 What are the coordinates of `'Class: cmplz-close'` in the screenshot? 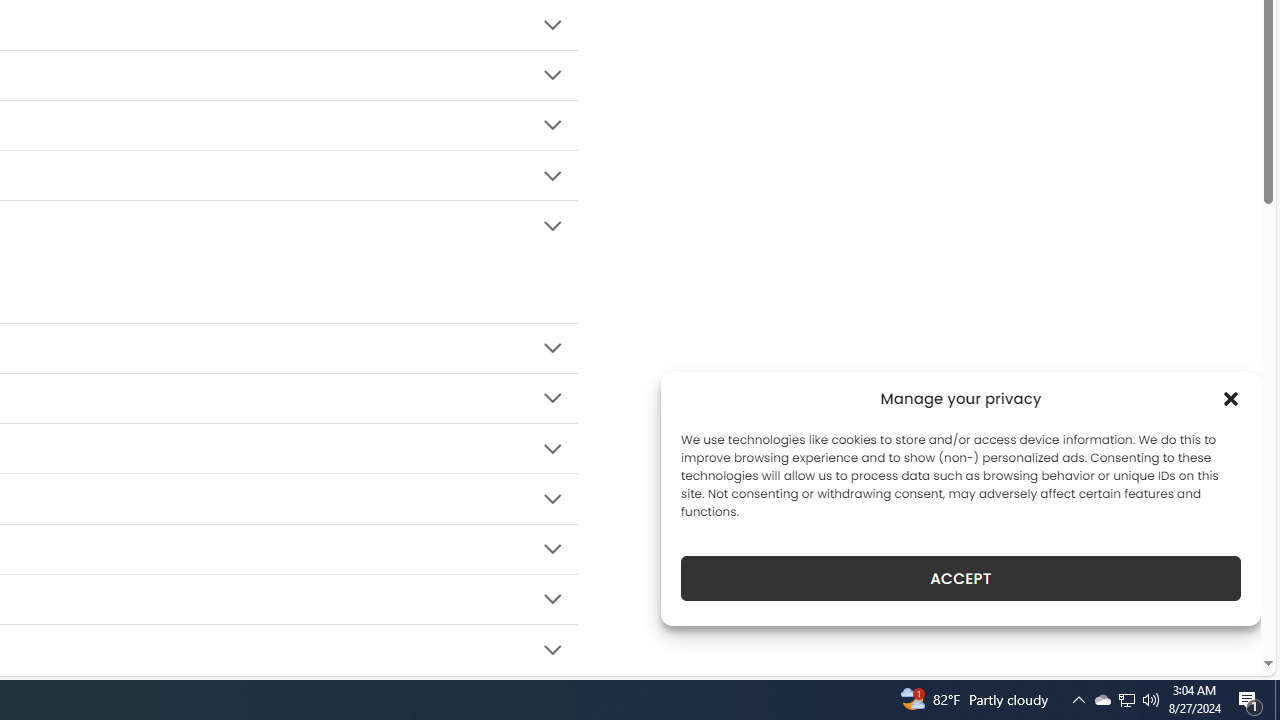 It's located at (1230, 398).